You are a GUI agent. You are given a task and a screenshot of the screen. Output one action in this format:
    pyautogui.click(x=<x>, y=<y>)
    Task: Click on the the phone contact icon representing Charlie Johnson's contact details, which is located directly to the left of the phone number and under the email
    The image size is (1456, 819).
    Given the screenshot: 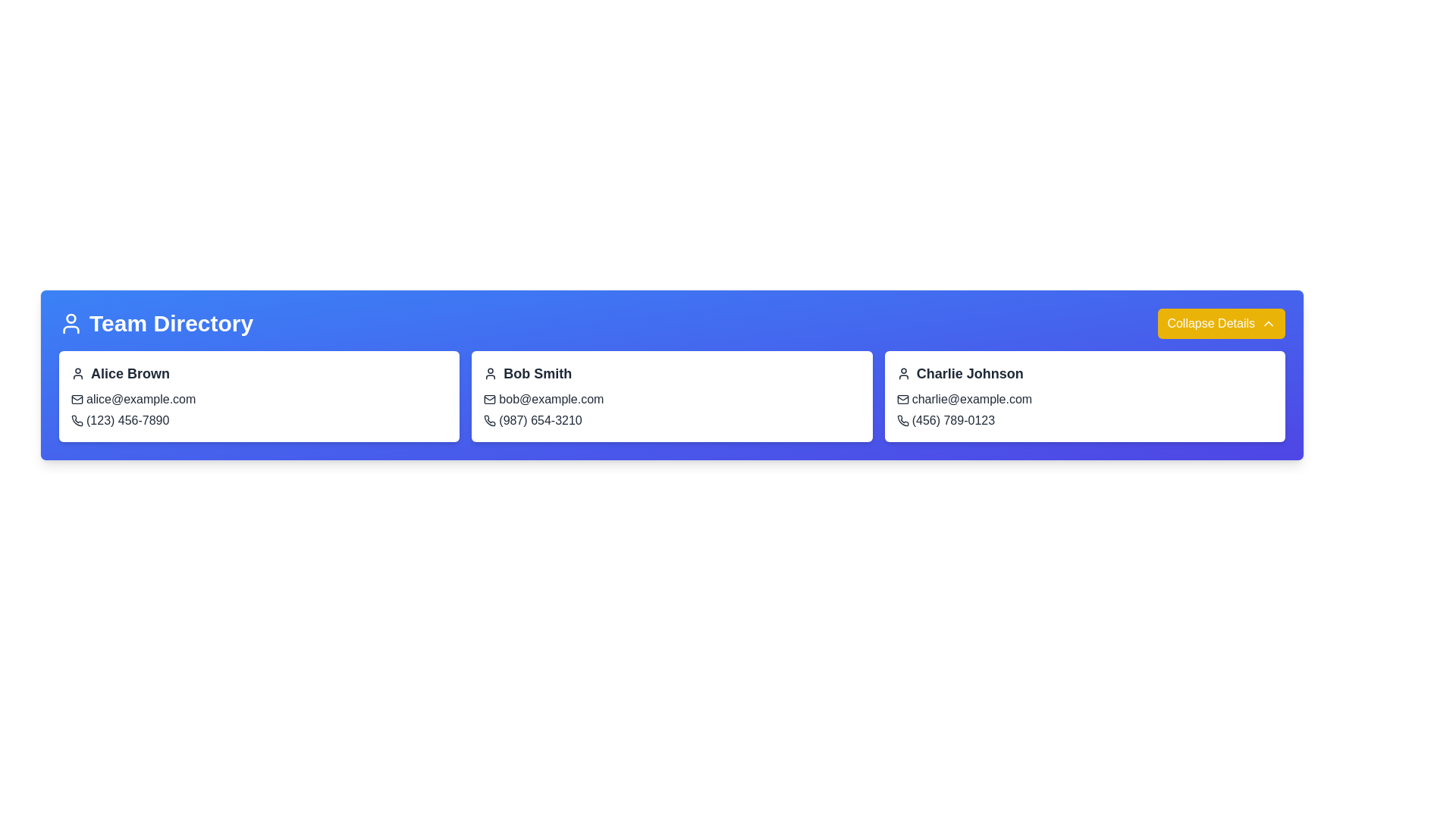 What is the action you would take?
    pyautogui.click(x=902, y=421)
    